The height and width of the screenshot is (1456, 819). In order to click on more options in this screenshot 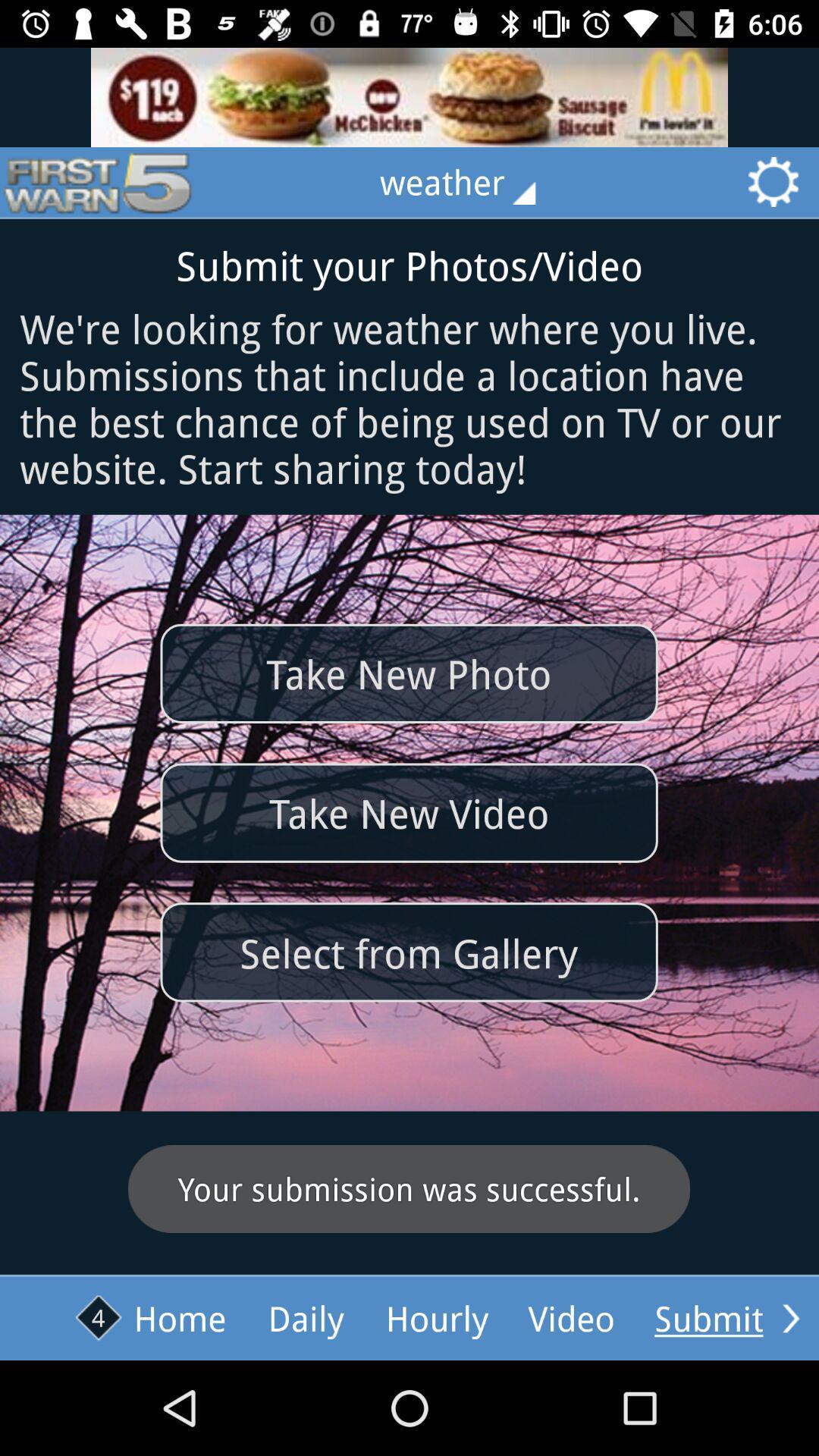, I will do `click(790, 1317)`.